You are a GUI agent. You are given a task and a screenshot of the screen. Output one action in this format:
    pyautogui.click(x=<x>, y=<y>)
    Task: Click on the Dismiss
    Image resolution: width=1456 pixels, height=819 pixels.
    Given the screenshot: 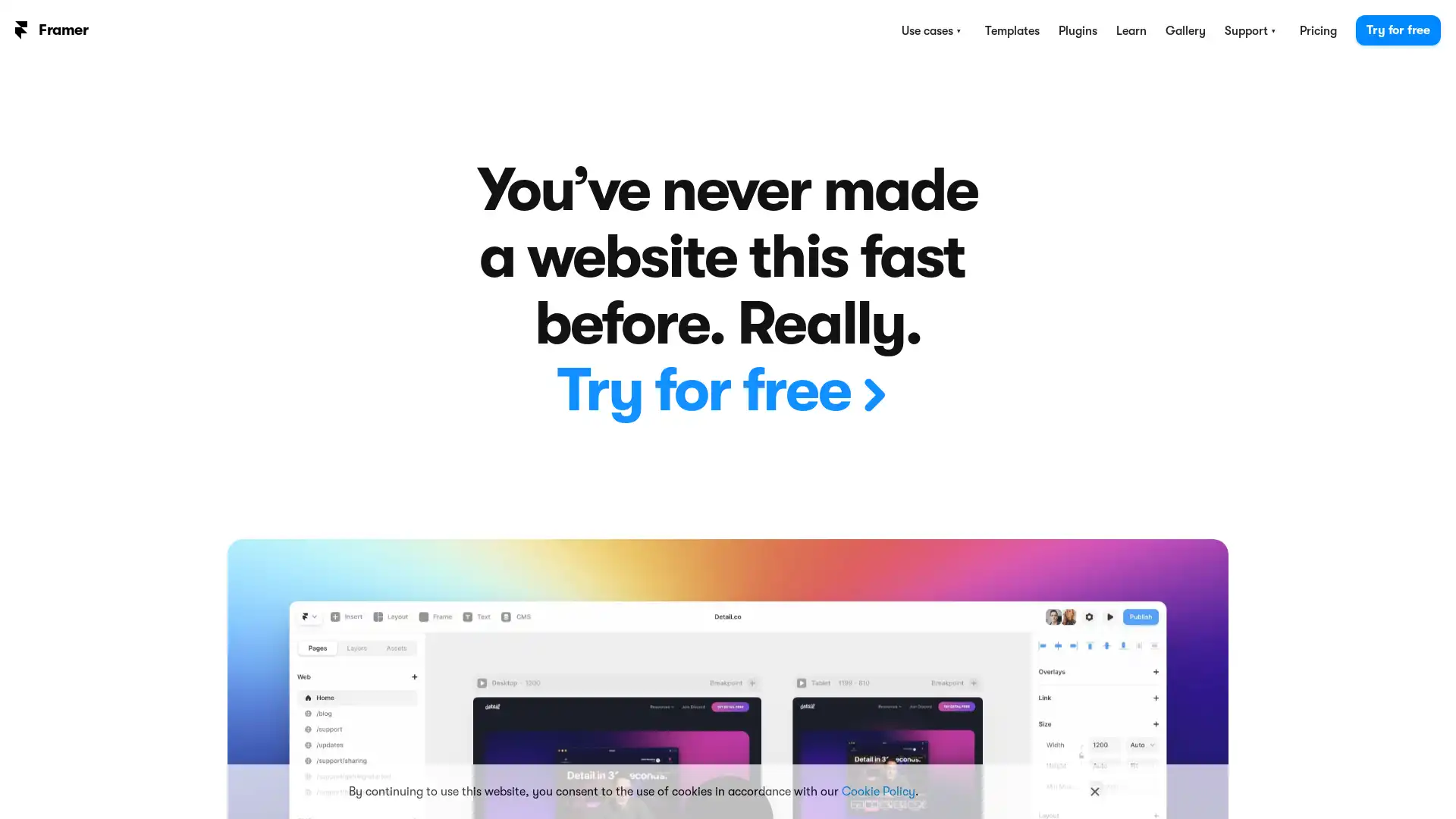 What is the action you would take?
    pyautogui.click(x=1095, y=791)
    